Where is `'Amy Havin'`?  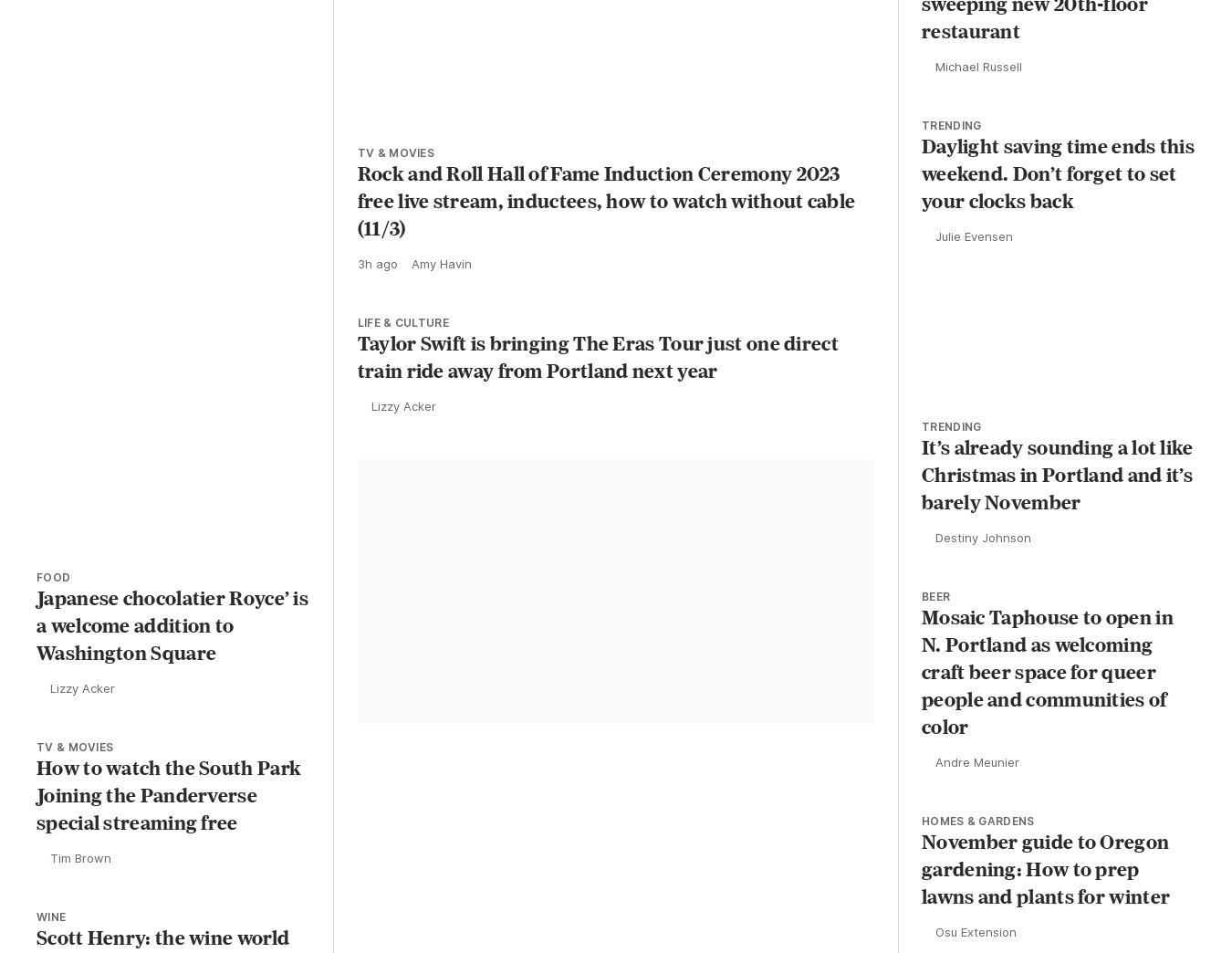
'Amy Havin' is located at coordinates (440, 299).